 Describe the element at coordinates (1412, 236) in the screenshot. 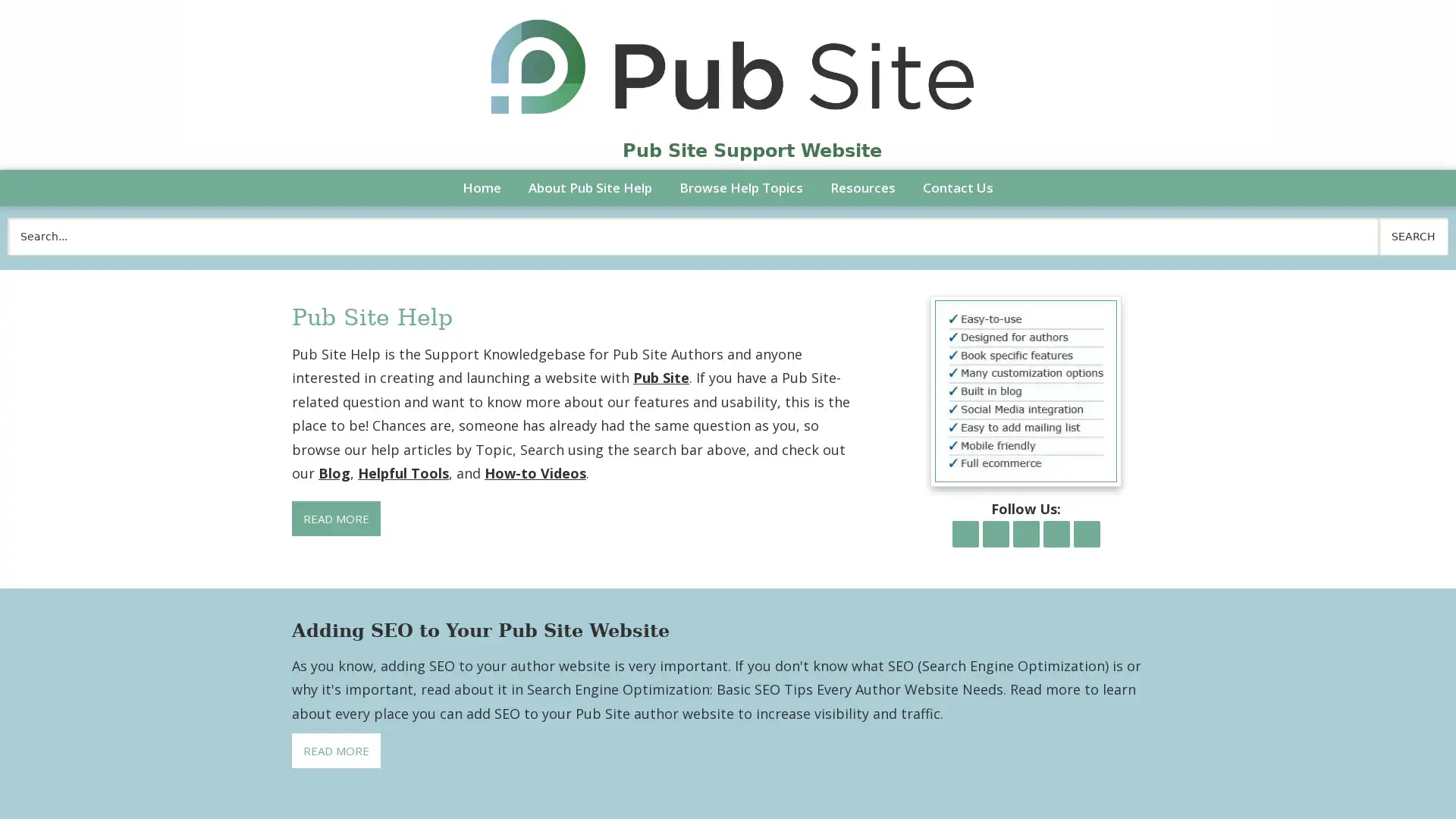

I see `Search` at that location.